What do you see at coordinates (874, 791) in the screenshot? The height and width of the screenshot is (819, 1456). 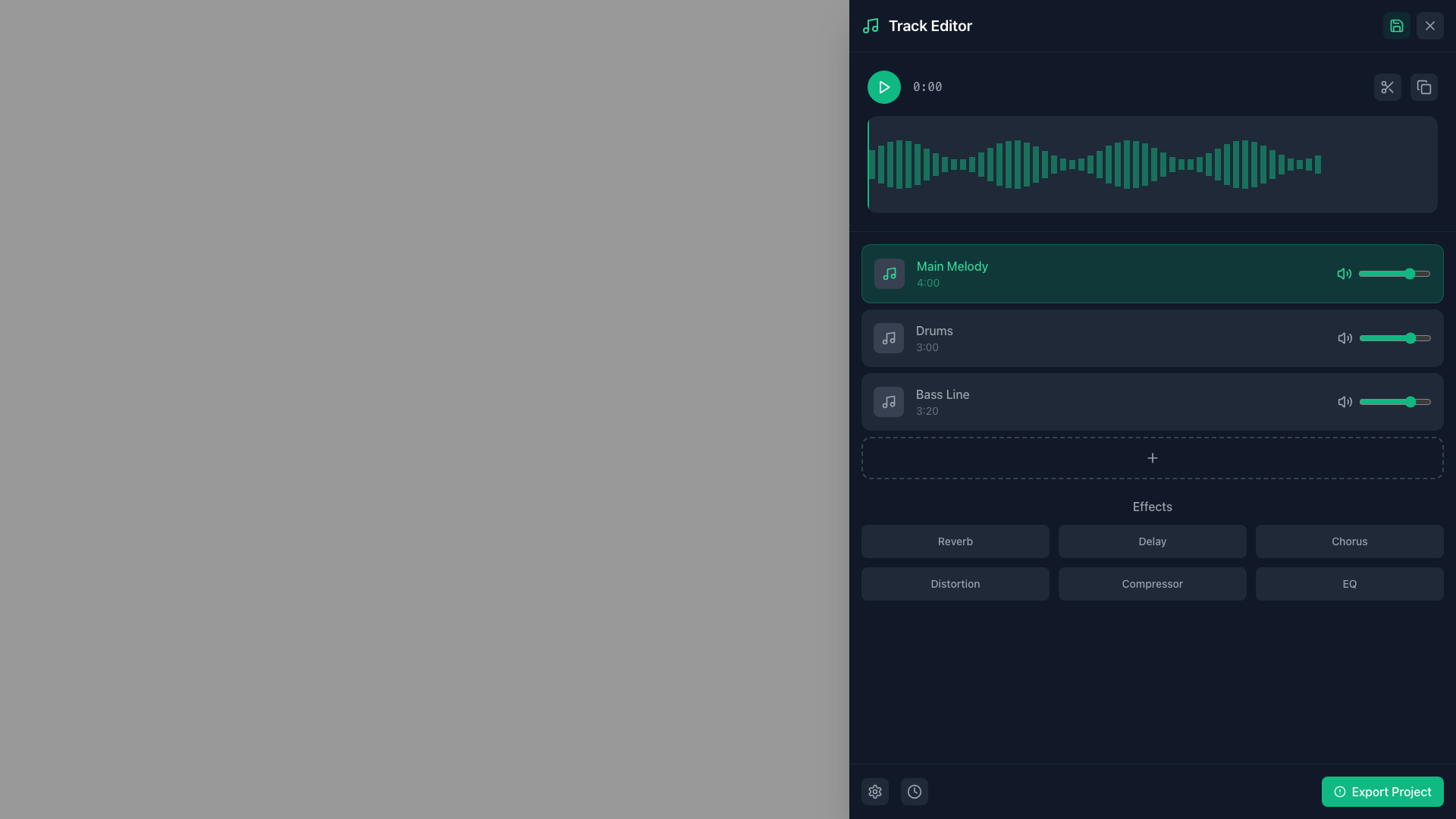 I see `the gear icon button located at the bottom-left corner of the interface` at bounding box center [874, 791].